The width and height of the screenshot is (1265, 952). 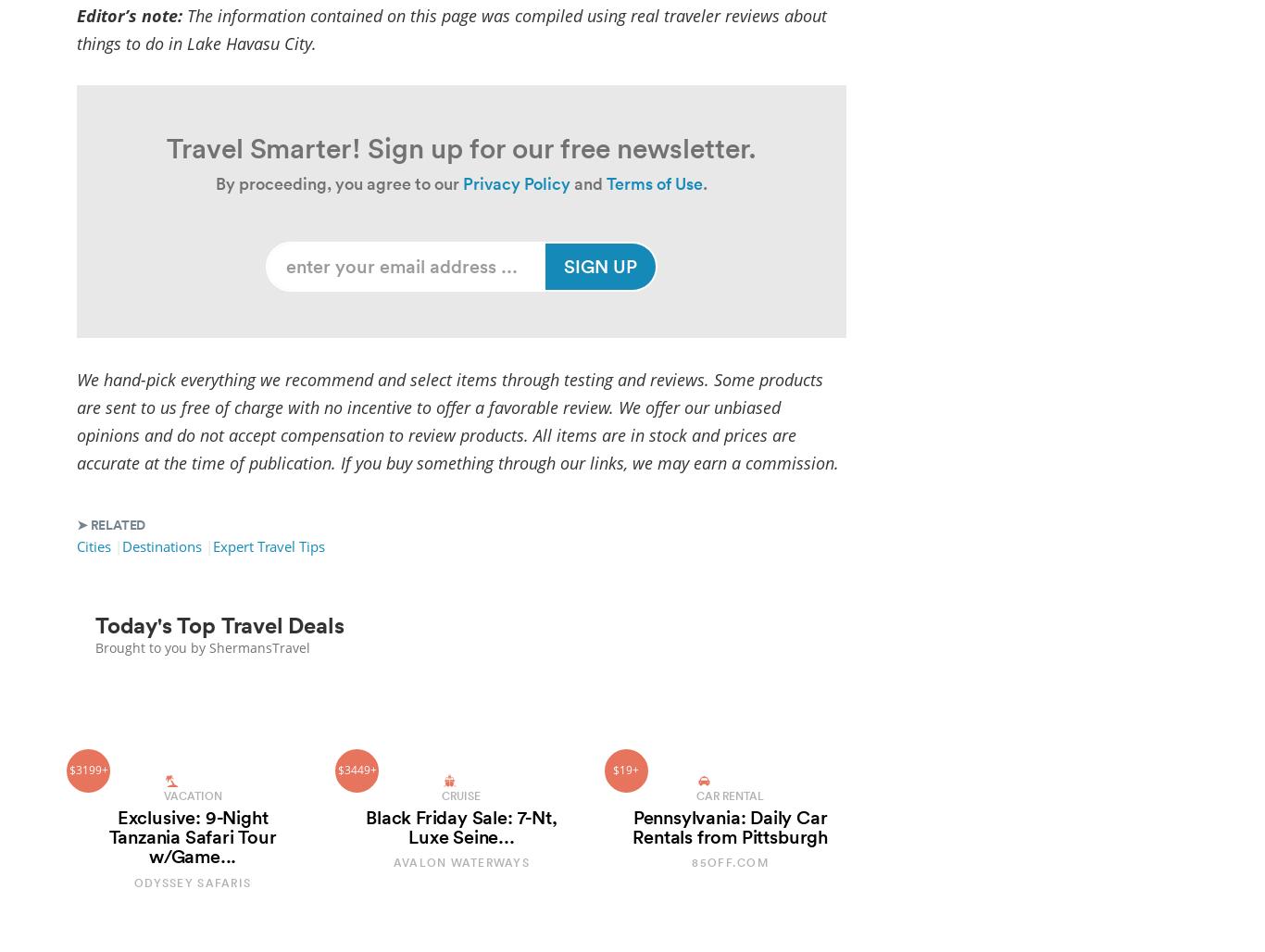 I want to click on 'Avalon Waterways', so click(x=460, y=862).